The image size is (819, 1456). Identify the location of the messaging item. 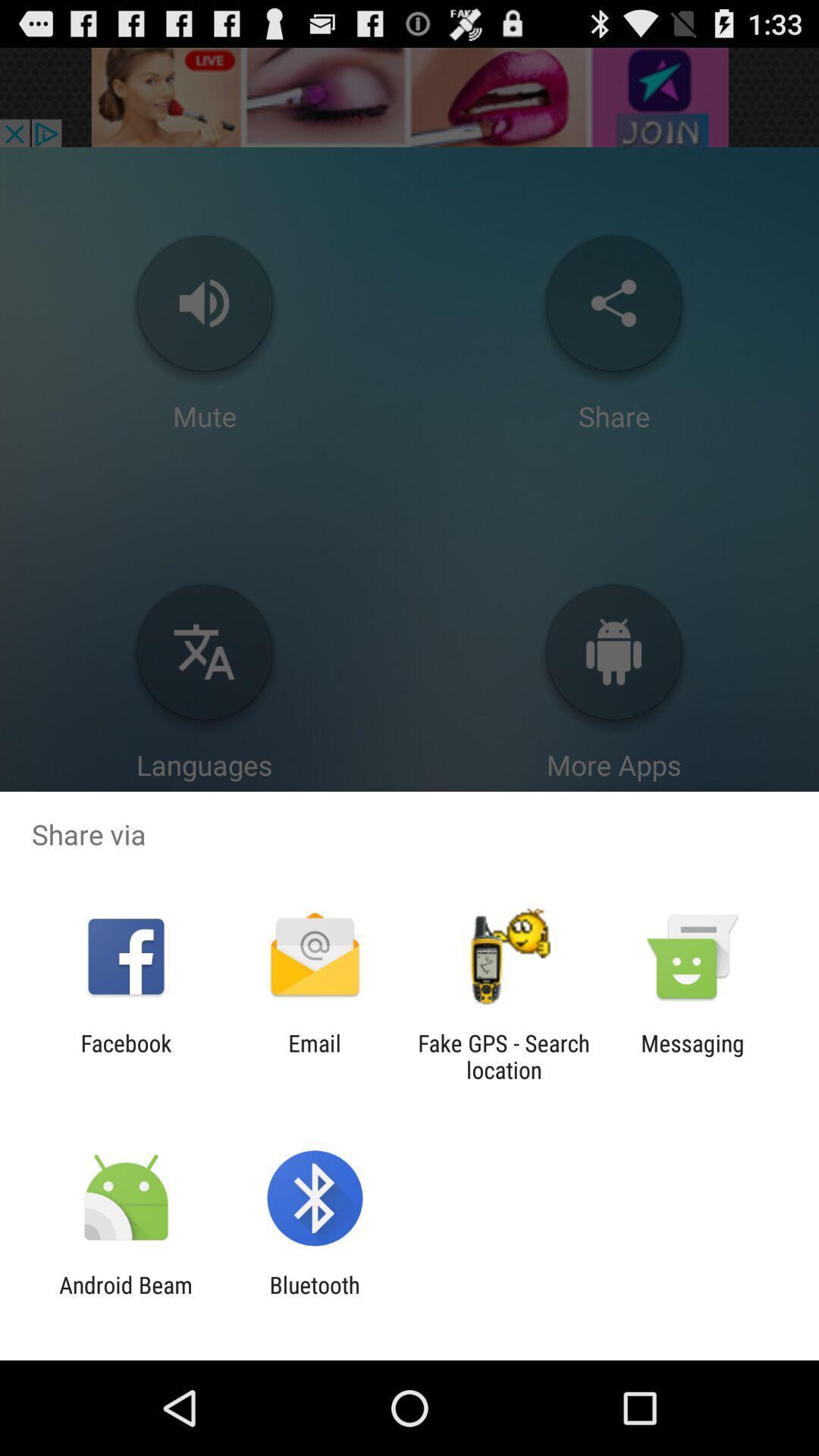
(692, 1056).